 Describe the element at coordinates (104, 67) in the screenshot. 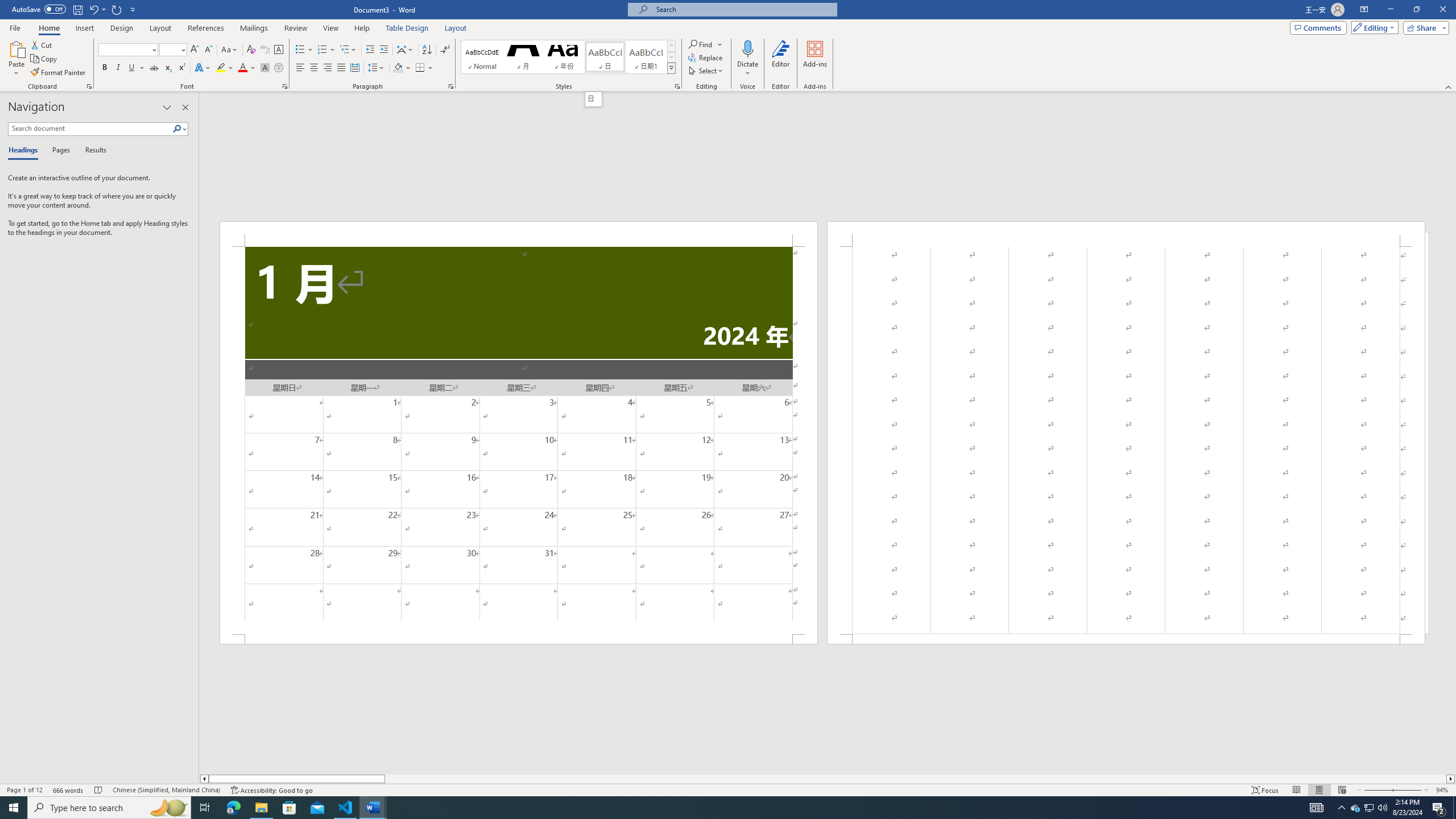

I see `'Bold'` at that location.